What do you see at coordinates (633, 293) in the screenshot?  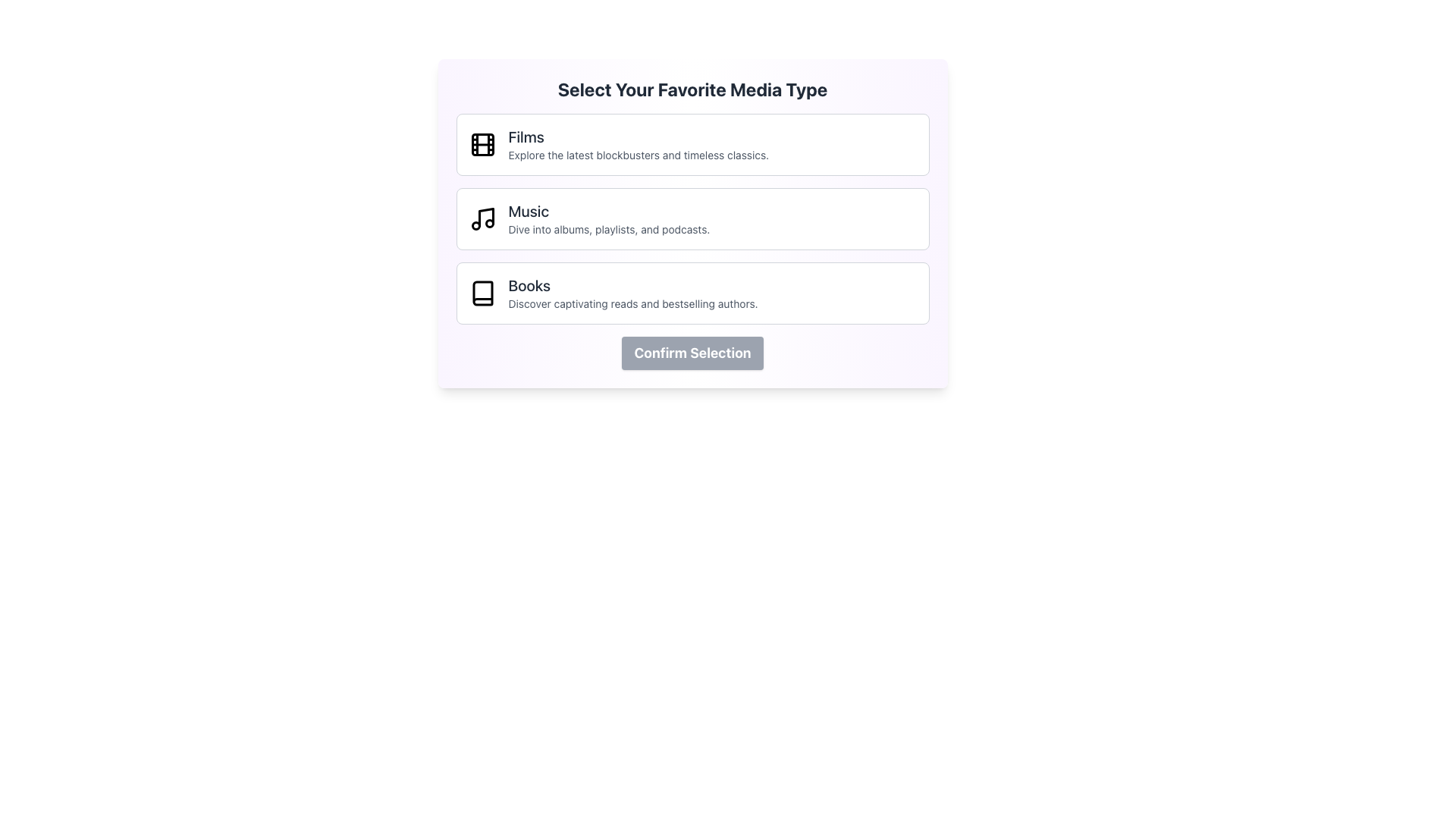 I see `the informational block titled 'Books' that contains the text 'Discover captivating reads and bestselling authors', located in the third row of the list under 'Select Your Favorite Media Type'` at bounding box center [633, 293].